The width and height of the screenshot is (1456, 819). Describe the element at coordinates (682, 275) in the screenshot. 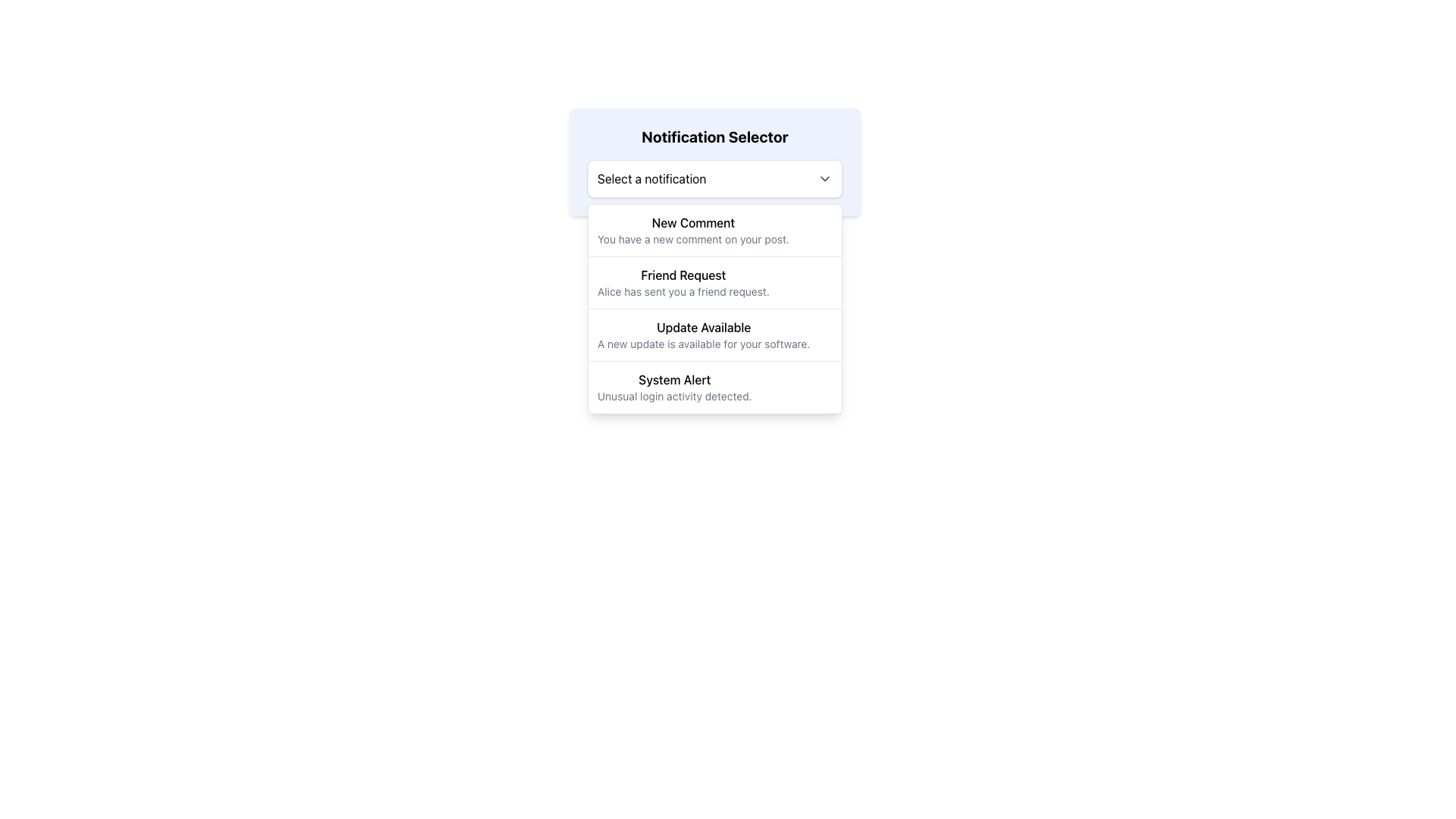

I see `the heading text for the notification entry that summarizes its content, specifically for the Friend Request notification, which is located in the second row of the vertical list under 'Notification Selector'` at that location.